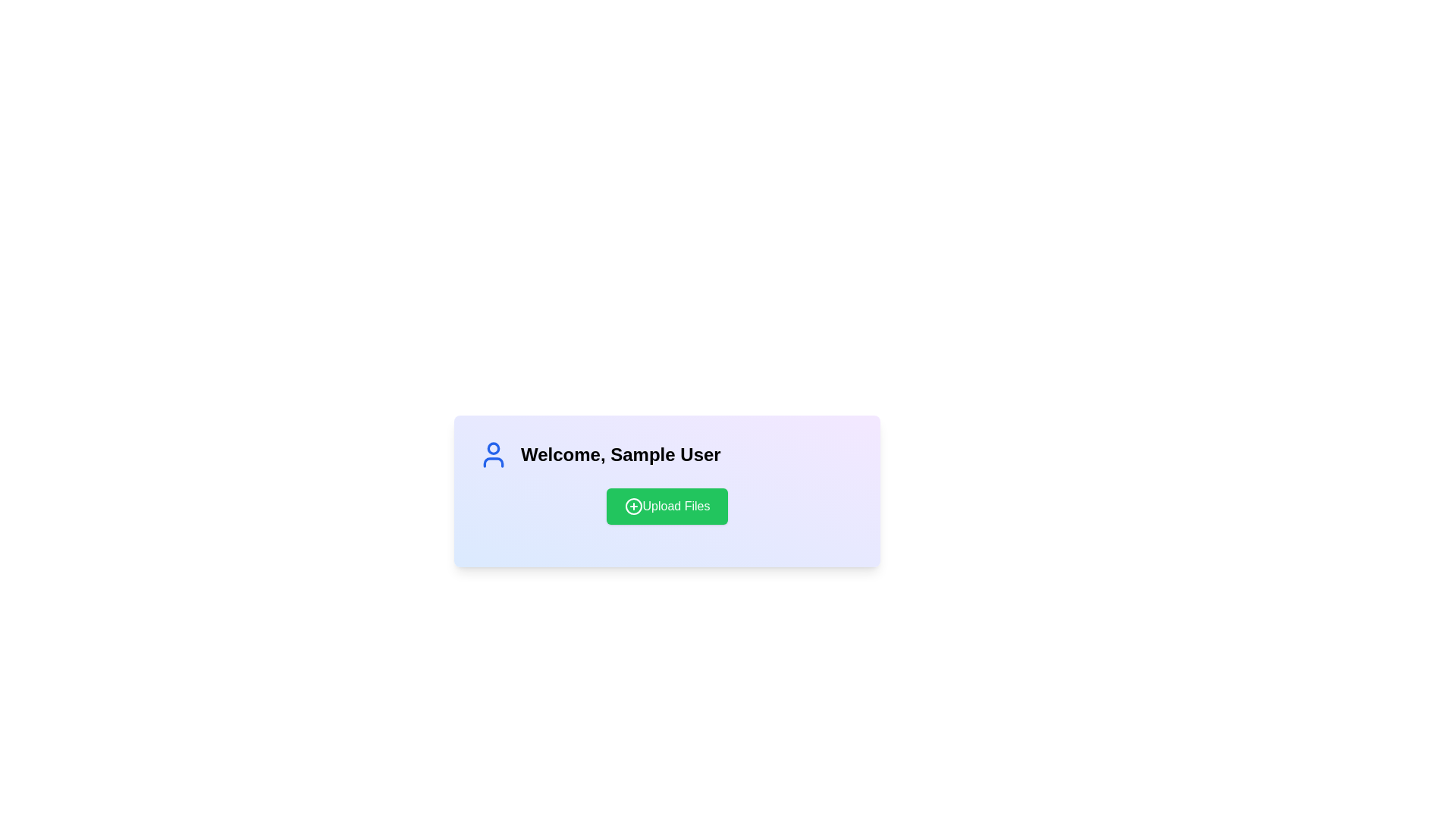 This screenshot has height=819, width=1456. I want to click on the SVG circle element representing the head of a user icon, which is filled with a blue shade and located above an arc resembling shoulders in the user icon graphic, so click(494, 447).